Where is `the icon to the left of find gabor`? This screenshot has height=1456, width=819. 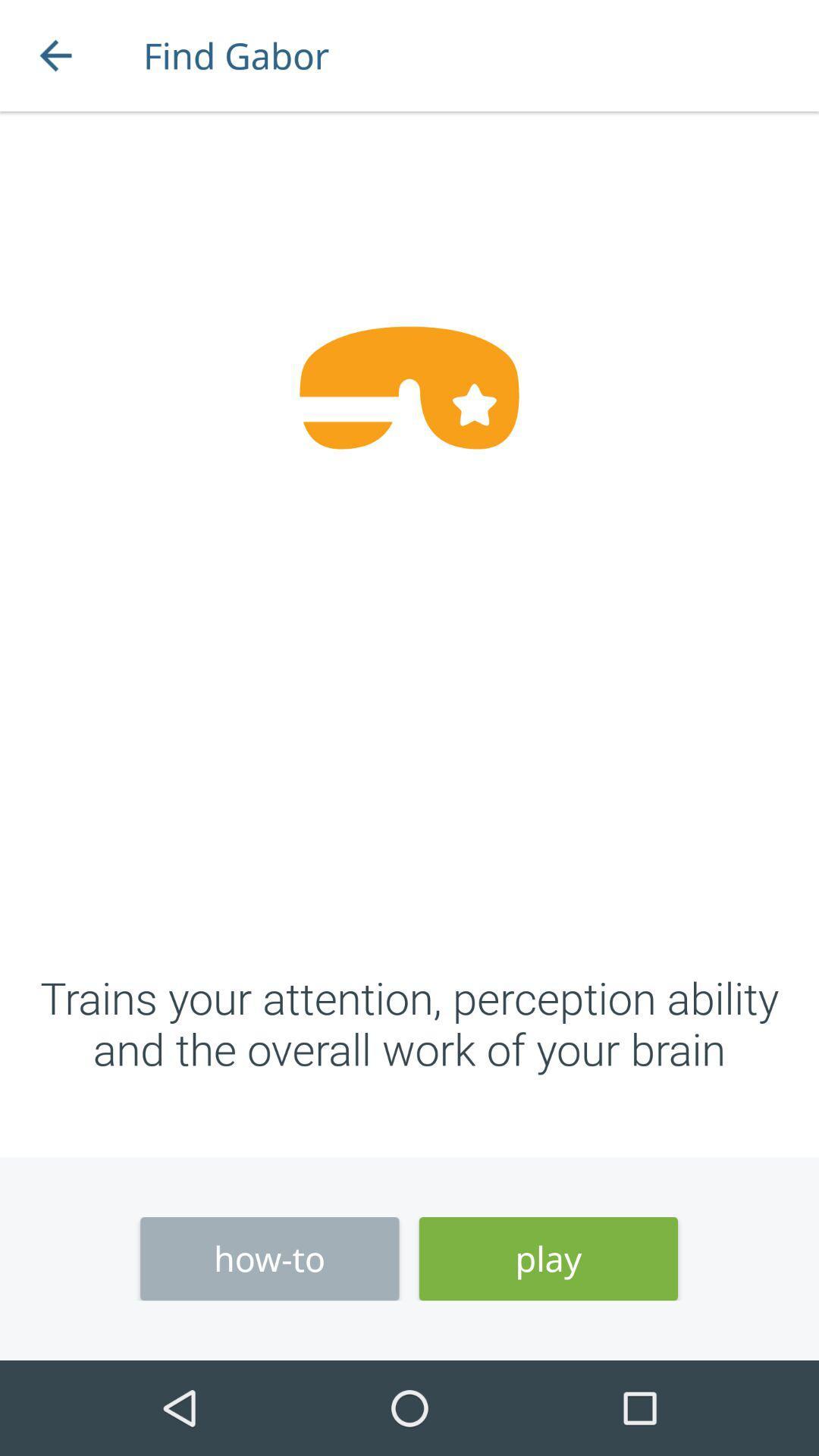
the icon to the left of find gabor is located at coordinates (55, 55).